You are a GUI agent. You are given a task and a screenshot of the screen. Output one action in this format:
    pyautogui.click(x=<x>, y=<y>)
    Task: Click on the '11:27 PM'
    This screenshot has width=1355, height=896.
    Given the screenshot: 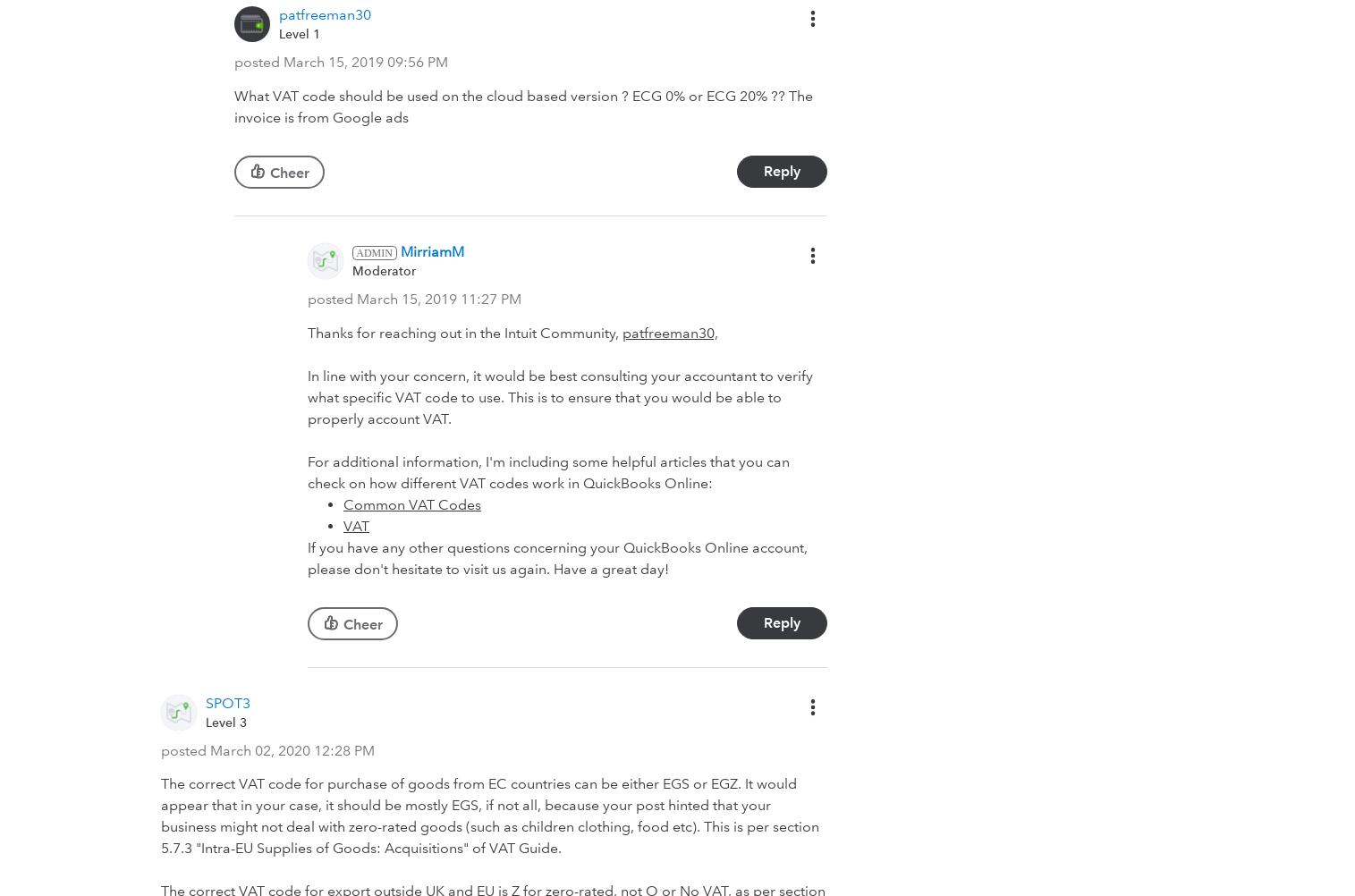 What is the action you would take?
    pyautogui.click(x=490, y=297)
    